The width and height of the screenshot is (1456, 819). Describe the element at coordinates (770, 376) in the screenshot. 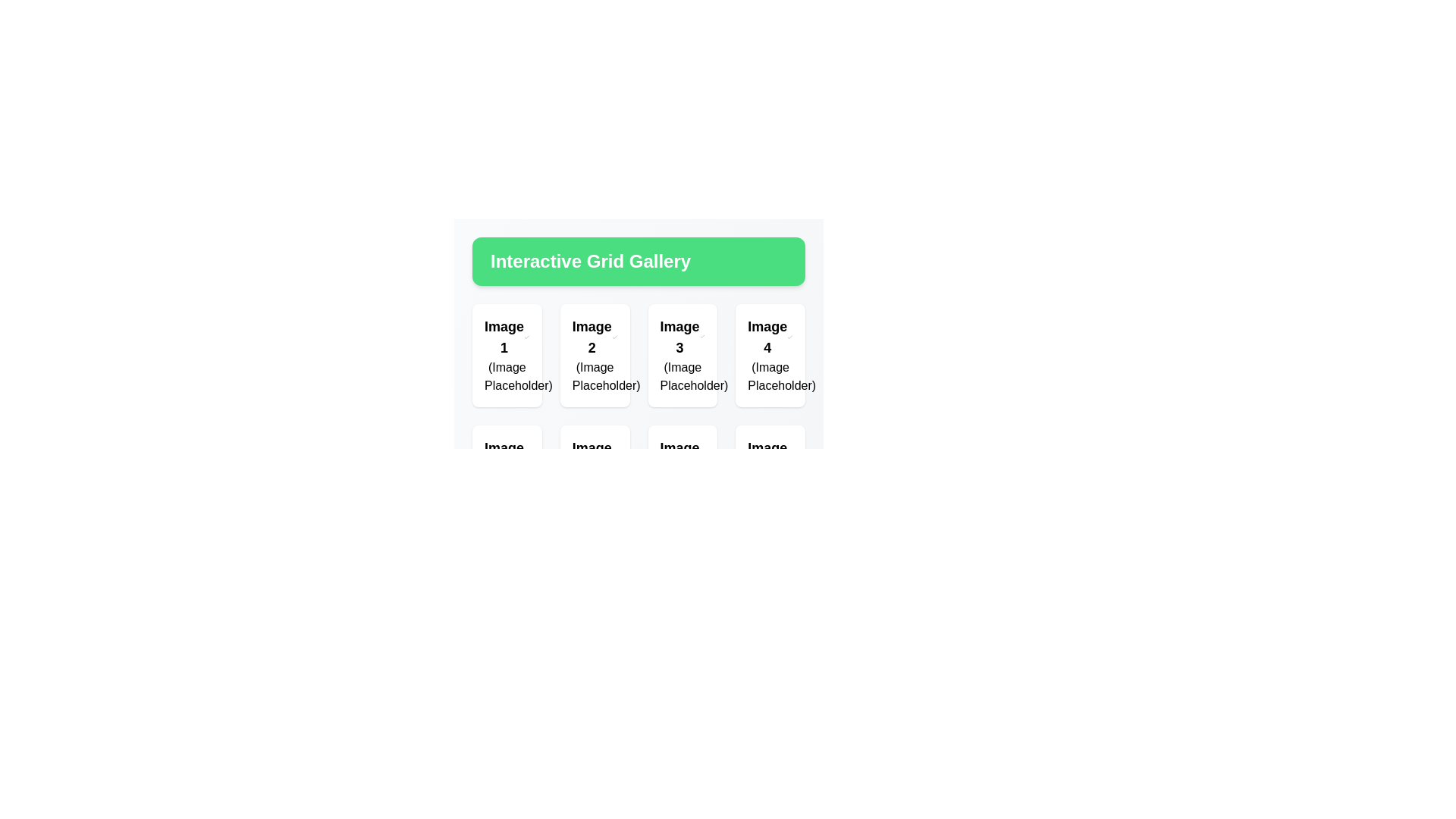

I see `static text label displaying '(Image Placeholder)' located in the fourth column of the grid layout, positioned below the title text 'Image 4'` at that location.